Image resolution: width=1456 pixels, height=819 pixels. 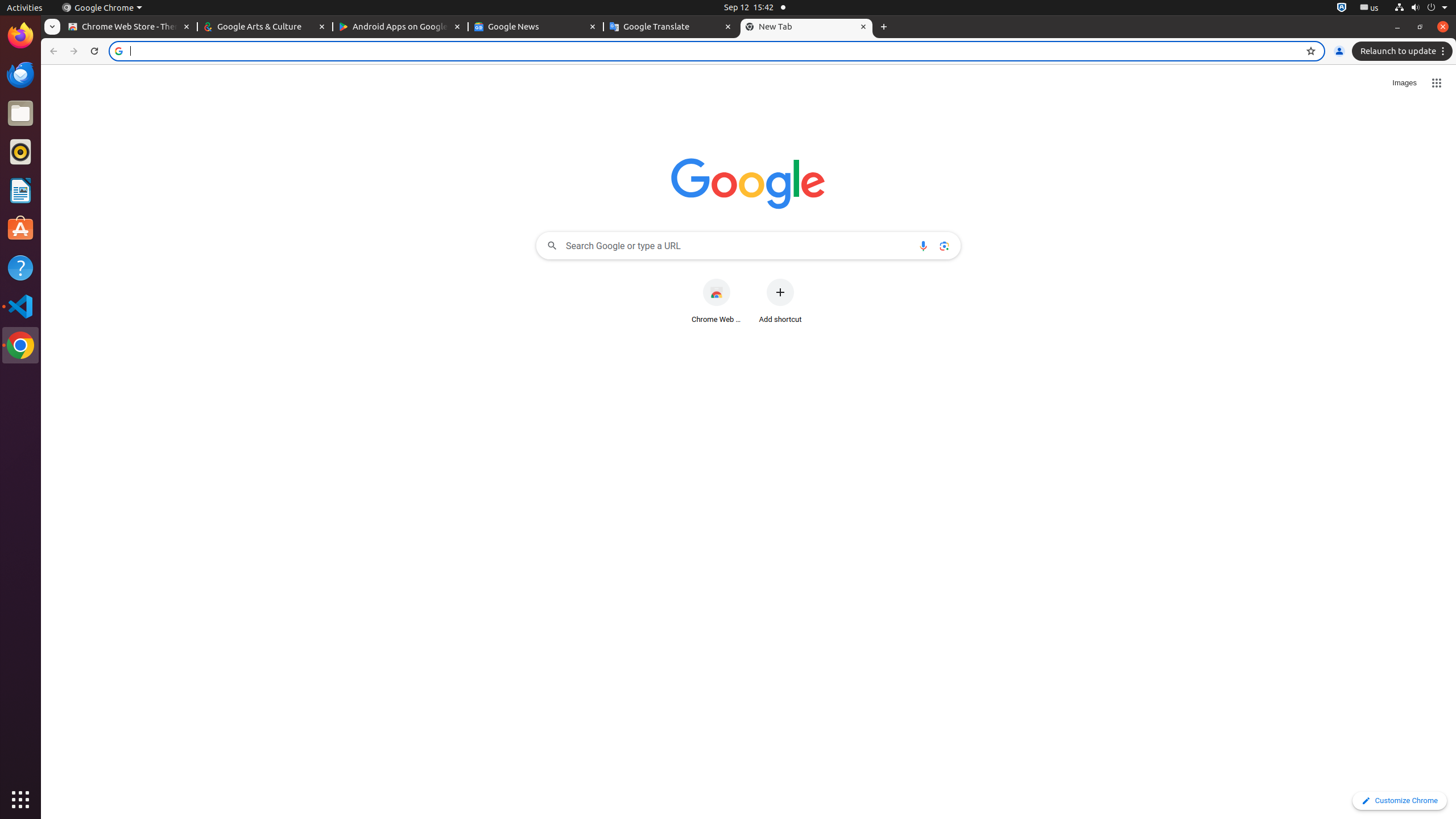 What do you see at coordinates (944, 246) in the screenshot?
I see `'Search by image'` at bounding box center [944, 246].